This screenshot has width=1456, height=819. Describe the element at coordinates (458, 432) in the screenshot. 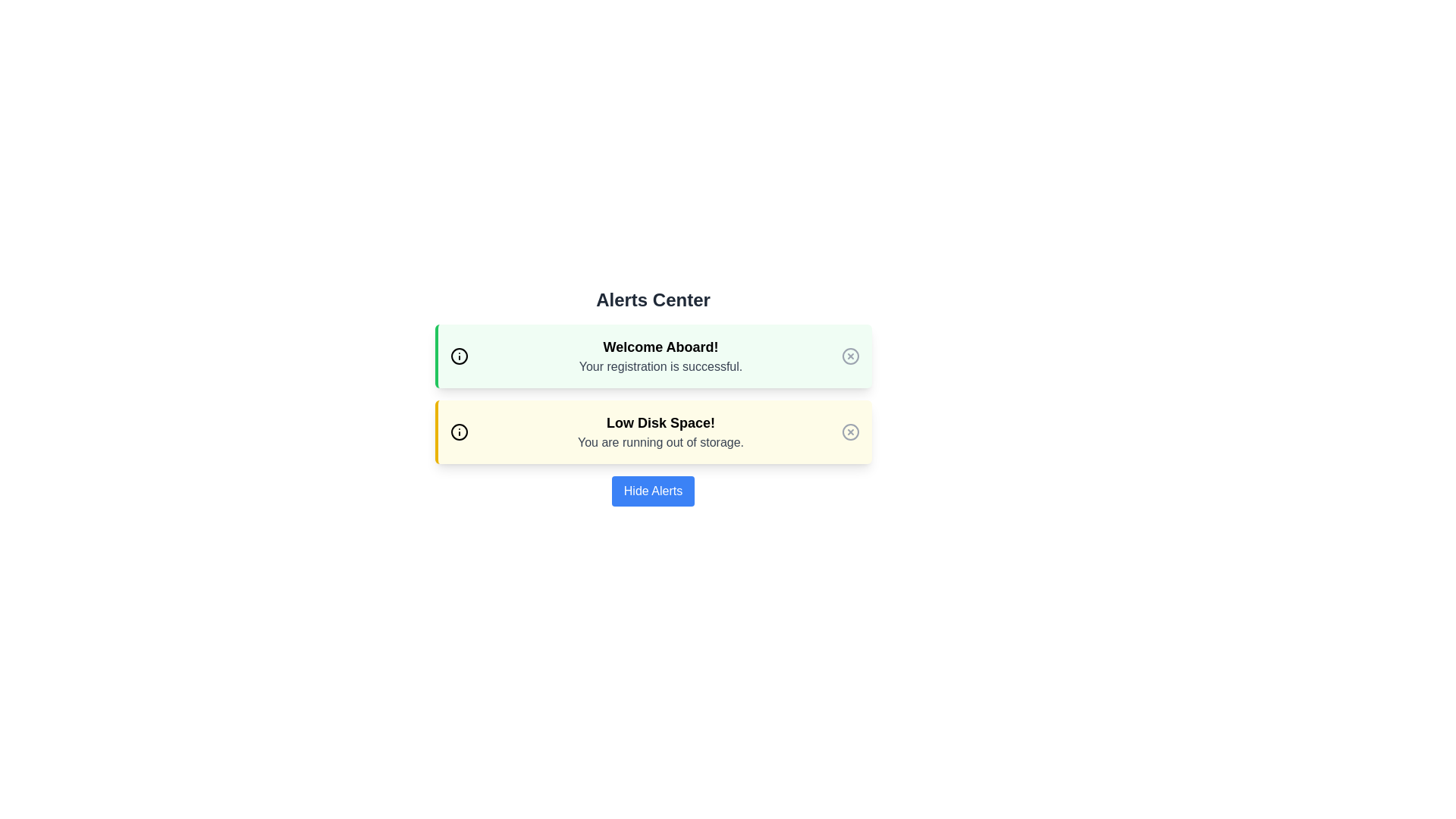

I see `the circular information icon with a black outline located within the yellow notification box that contains the text 'Low Disk Space!' for more information` at that location.